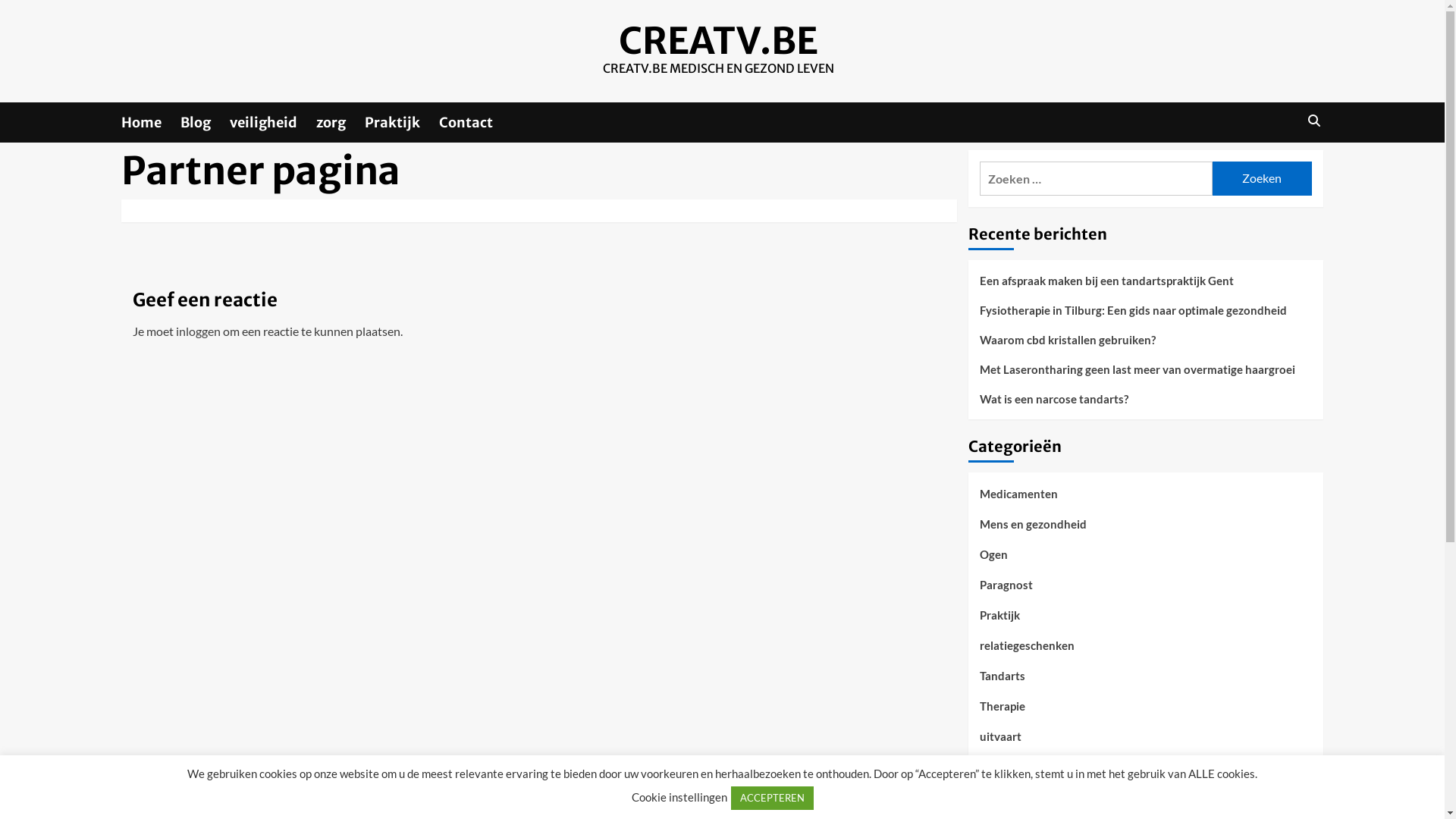 Image resolution: width=1456 pixels, height=819 pixels. What do you see at coordinates (1313, 120) in the screenshot?
I see `'Search'` at bounding box center [1313, 120].